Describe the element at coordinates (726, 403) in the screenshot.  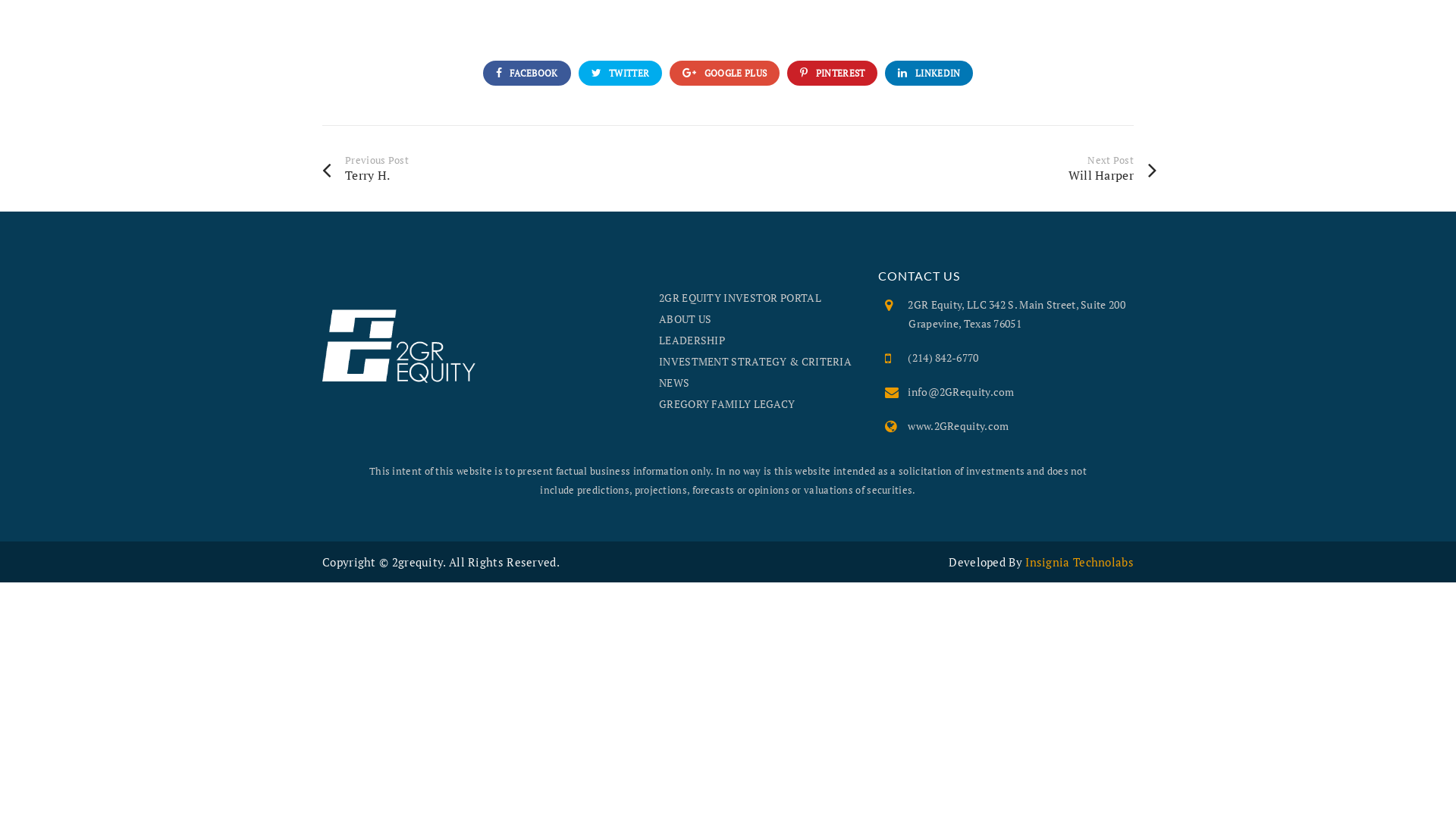
I see `'GREGORY FAMILY LEGACY'` at that location.